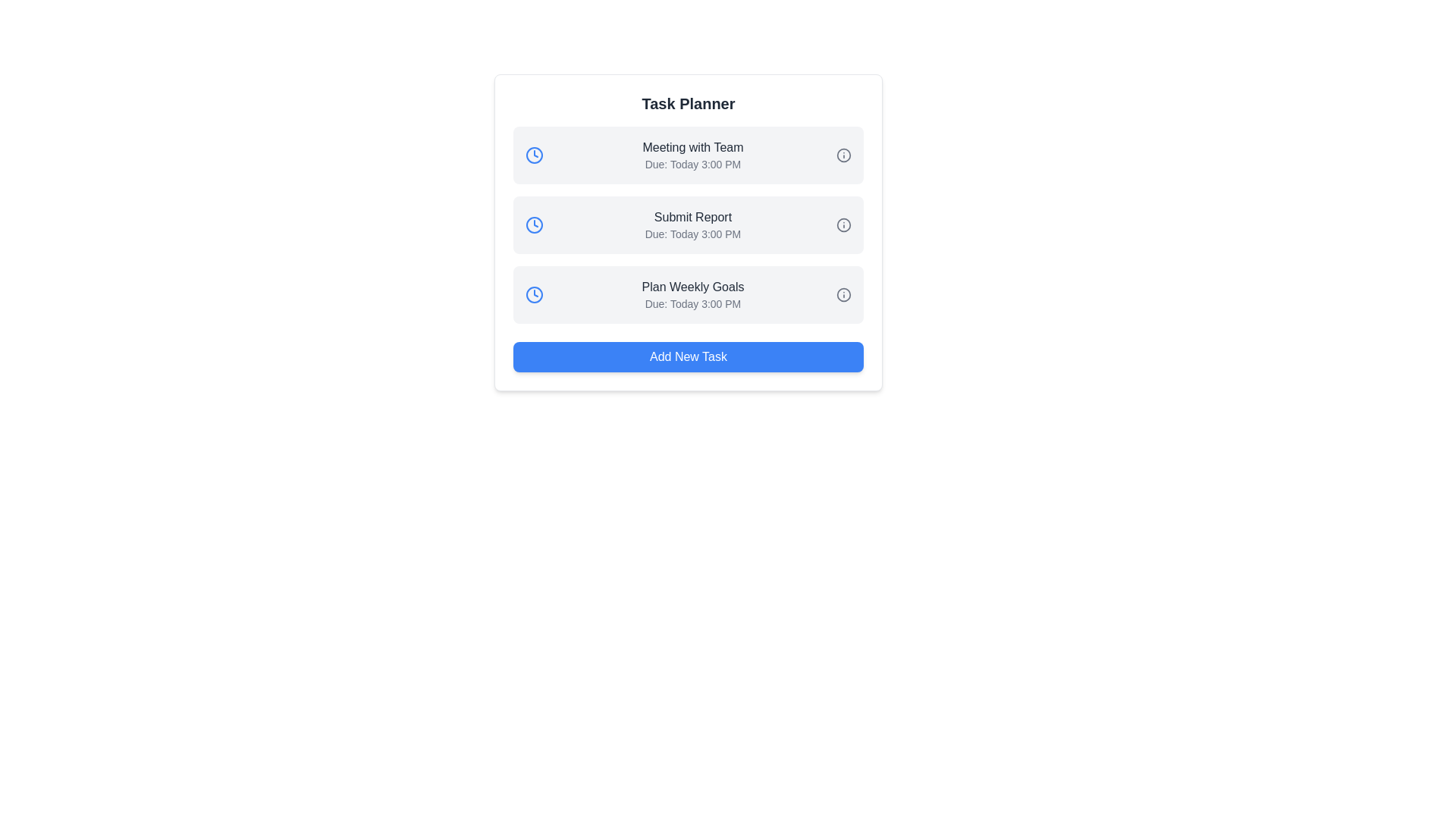 This screenshot has height=819, width=1456. What do you see at coordinates (843, 225) in the screenshot?
I see `the SVG Circle element that serves as the base circular shape of the information icon on the rightmost side of the 'Submit Report' task row` at bounding box center [843, 225].